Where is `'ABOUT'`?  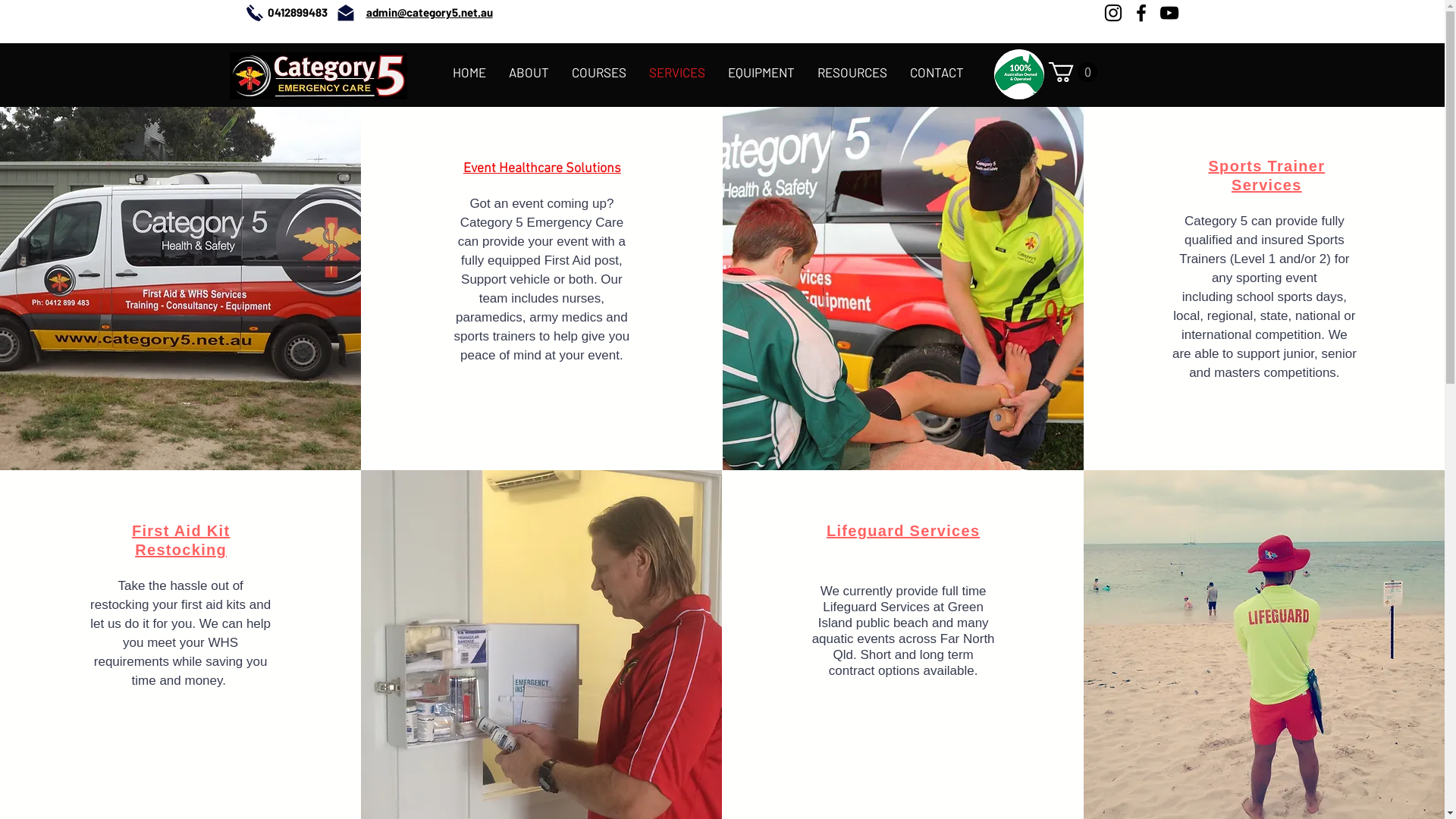
'ABOUT' is located at coordinates (497, 72).